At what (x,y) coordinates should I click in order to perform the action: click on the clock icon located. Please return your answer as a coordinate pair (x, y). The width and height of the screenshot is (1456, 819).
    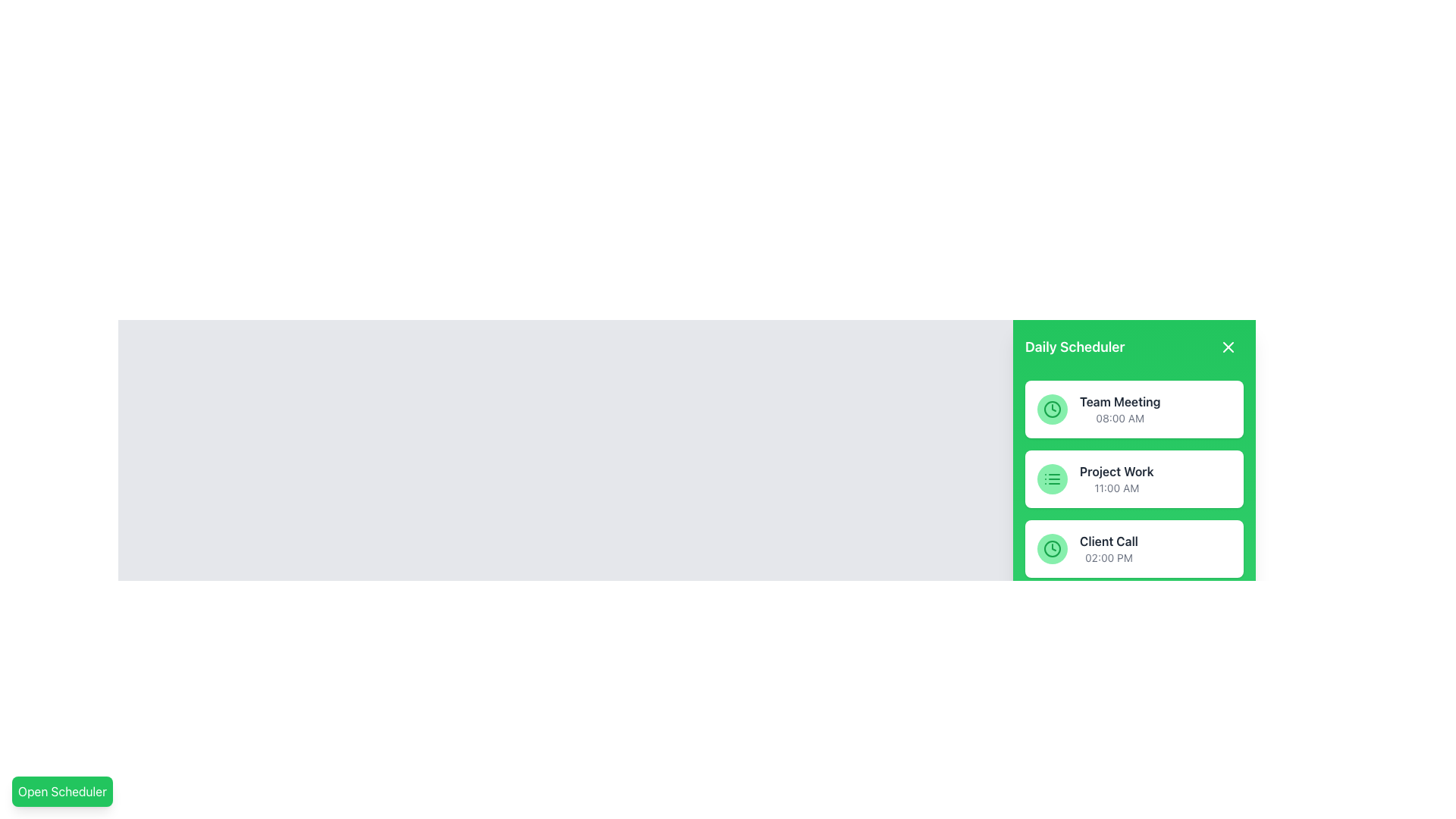
    Looking at the image, I should click on (1051, 549).